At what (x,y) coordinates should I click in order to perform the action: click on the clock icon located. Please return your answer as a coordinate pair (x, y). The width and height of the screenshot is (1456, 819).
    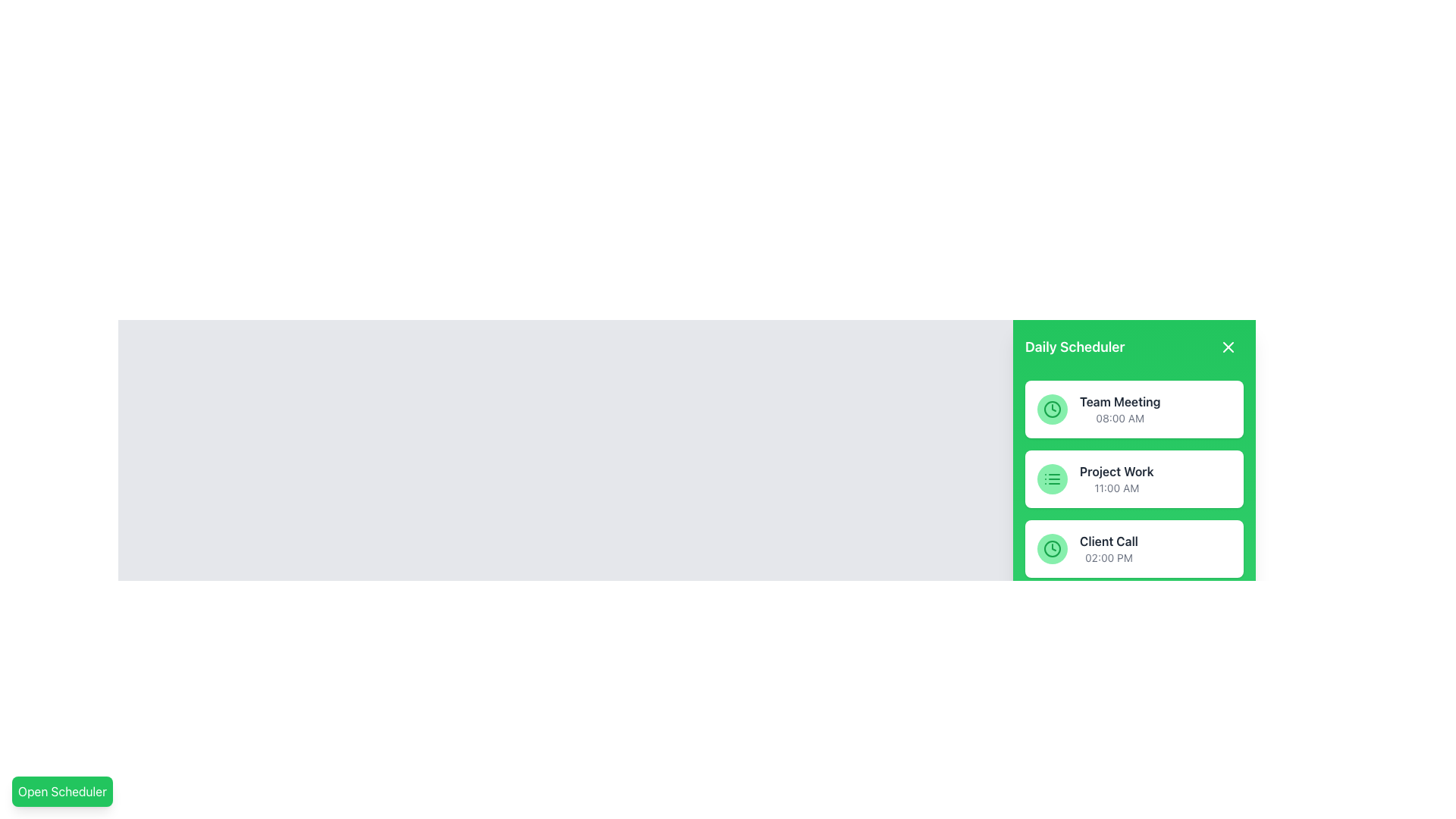
    Looking at the image, I should click on (1051, 549).